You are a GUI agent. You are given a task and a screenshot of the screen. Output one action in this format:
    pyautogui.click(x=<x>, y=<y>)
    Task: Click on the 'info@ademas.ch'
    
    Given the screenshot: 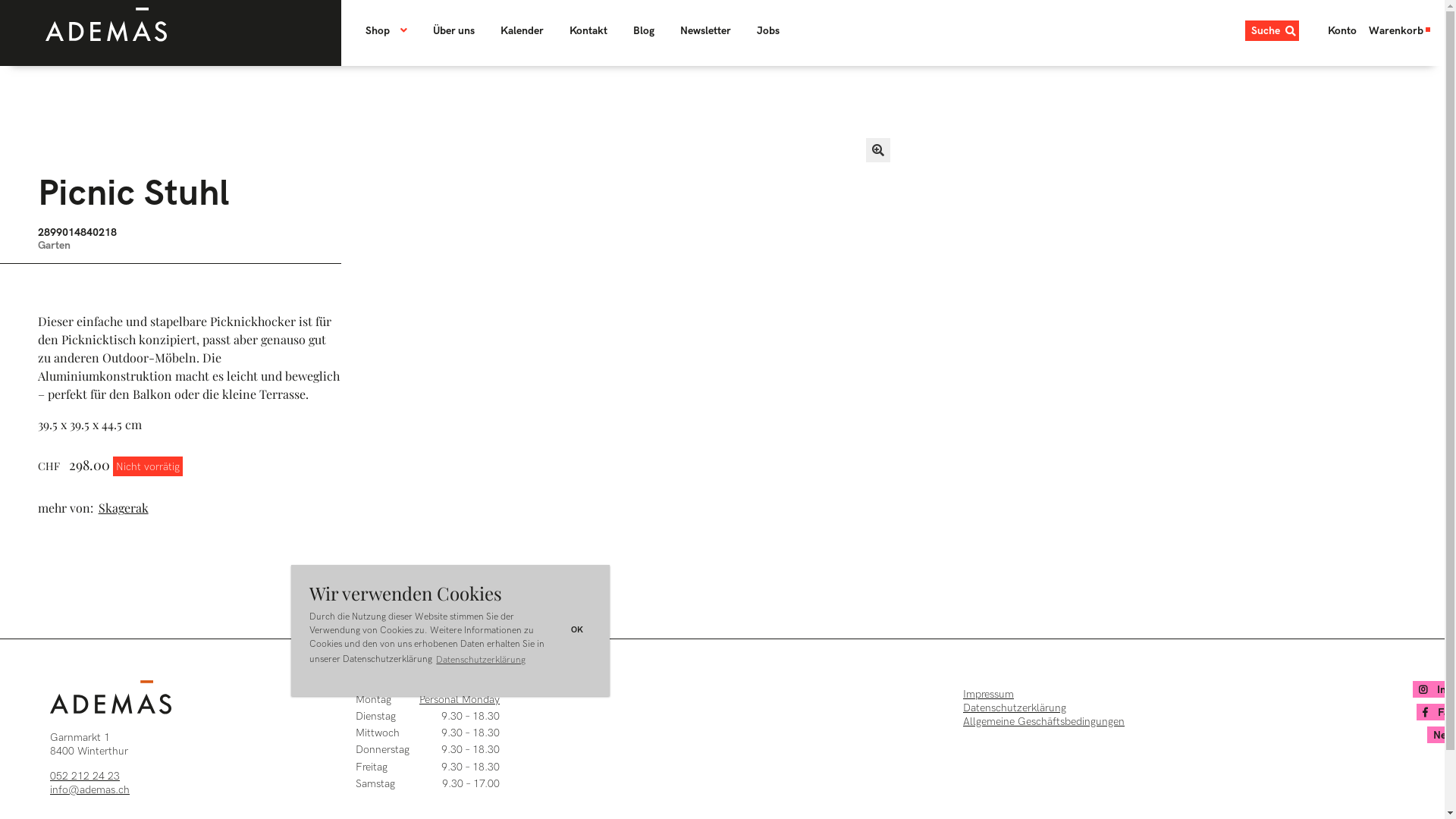 What is the action you would take?
    pyautogui.click(x=50, y=789)
    